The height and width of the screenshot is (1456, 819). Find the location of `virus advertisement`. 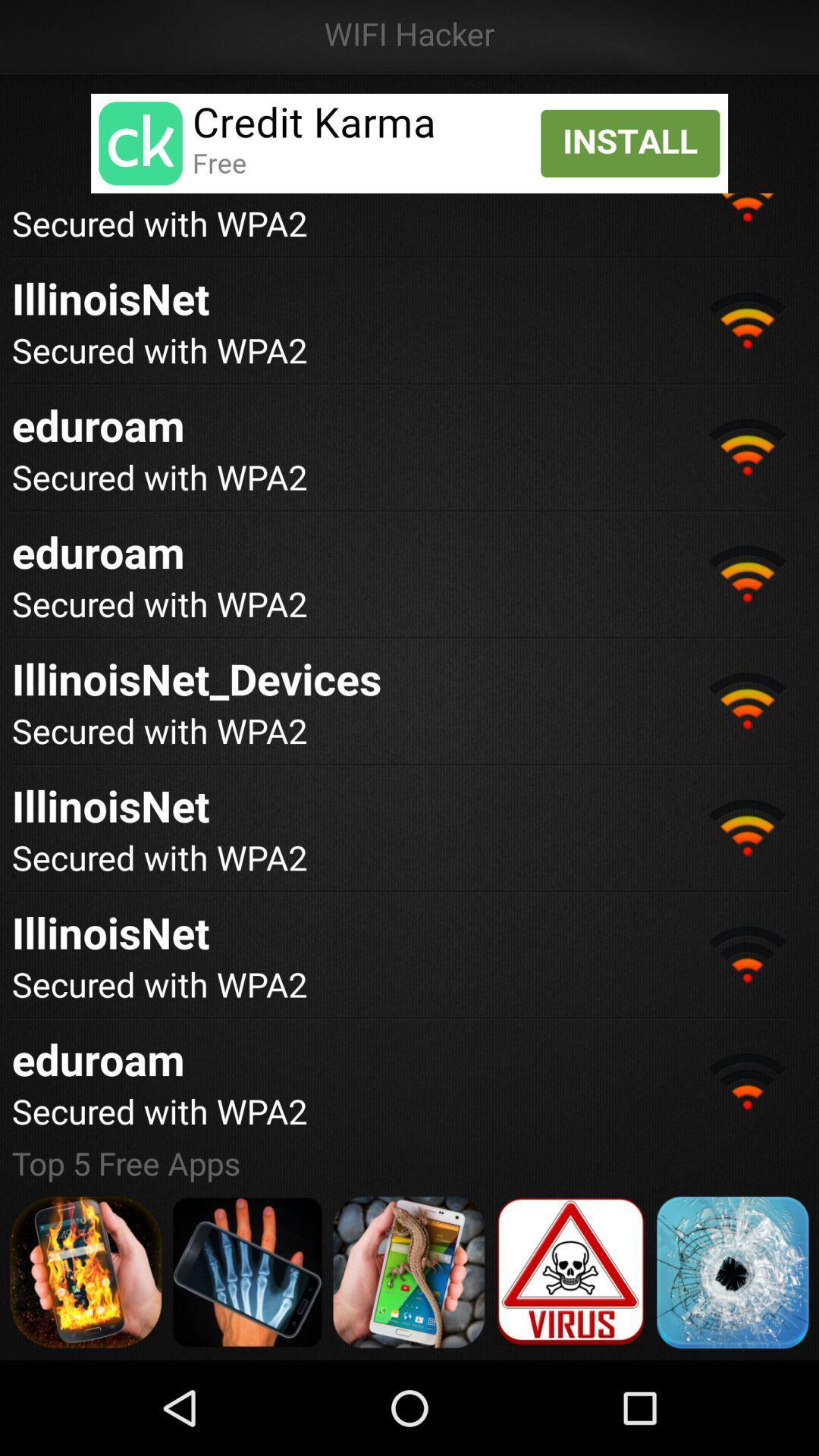

virus advertisement is located at coordinates (570, 1272).